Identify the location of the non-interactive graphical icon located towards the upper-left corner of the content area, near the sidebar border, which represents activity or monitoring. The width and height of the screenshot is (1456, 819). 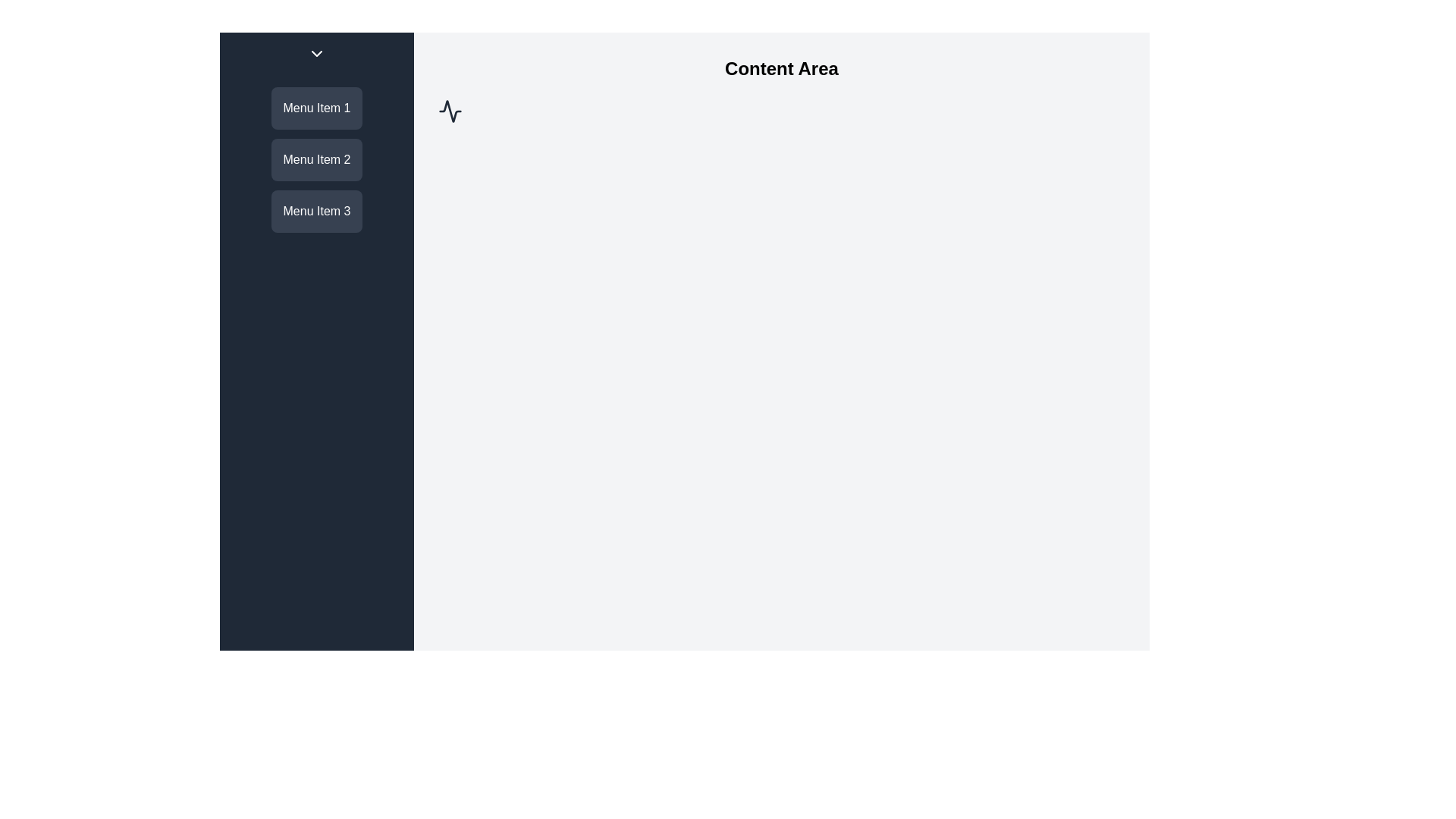
(450, 110).